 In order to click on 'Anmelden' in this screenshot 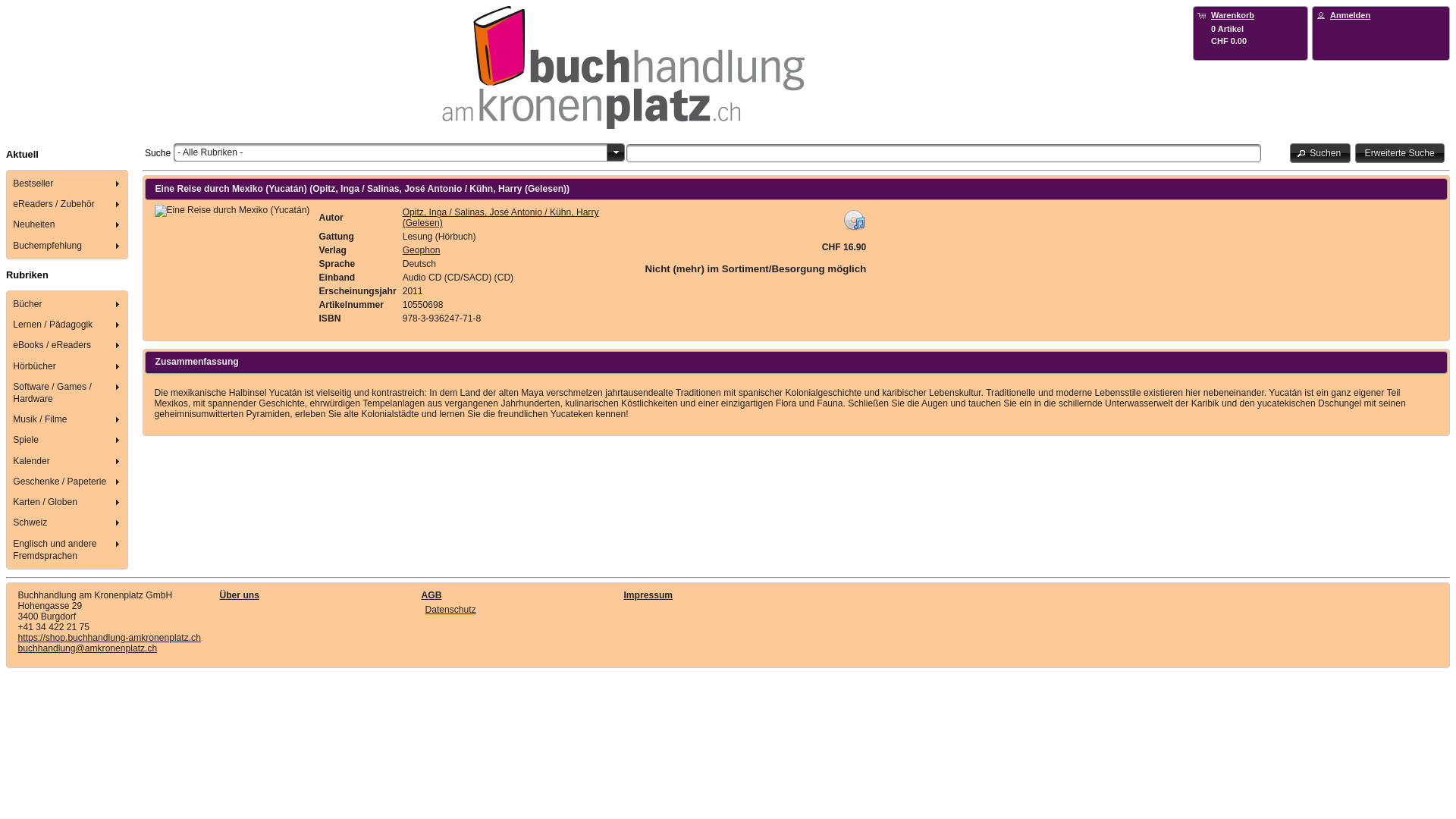, I will do `click(1350, 14)`.